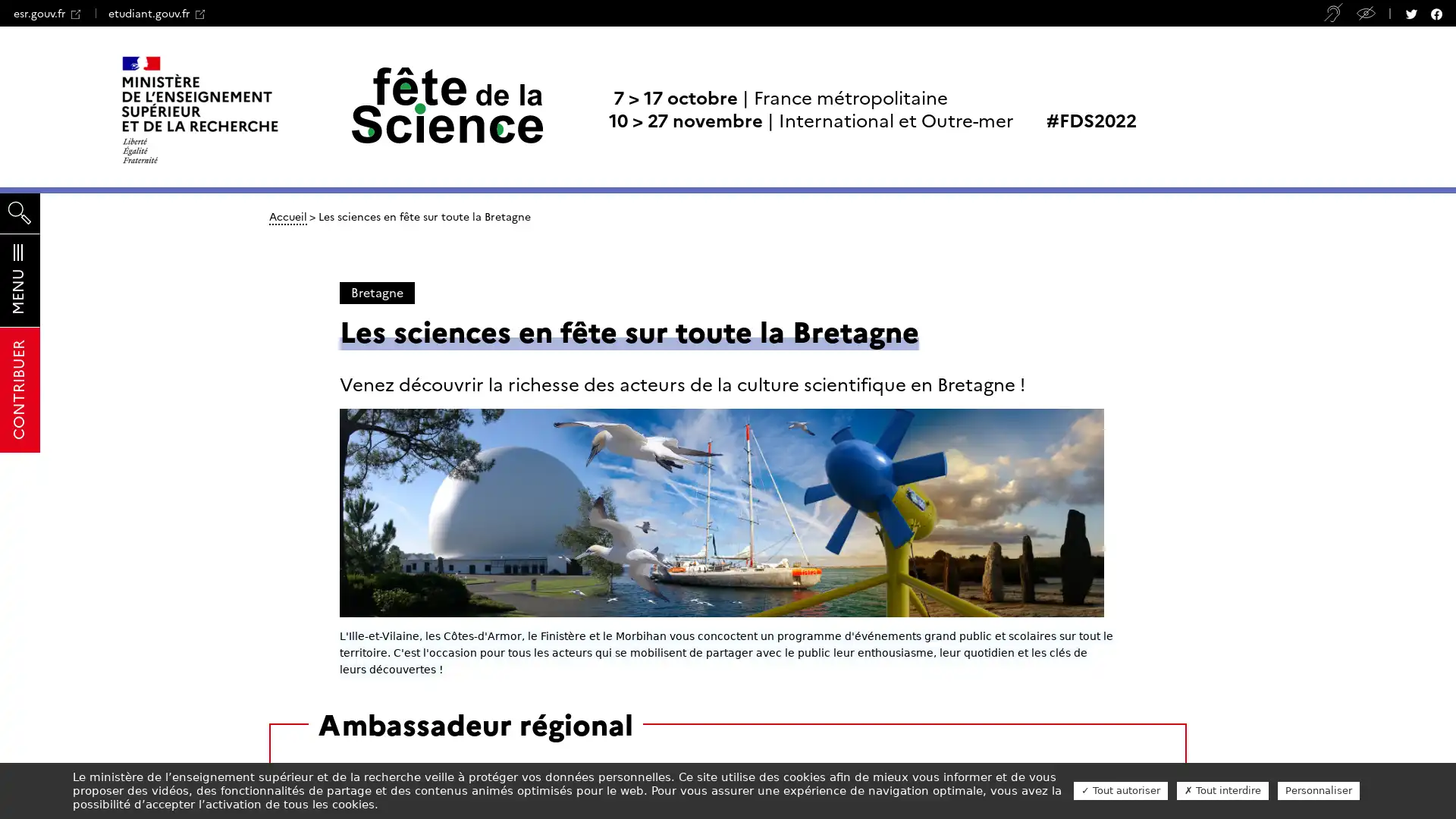  Describe the element at coordinates (1222, 789) in the screenshot. I see `Tout interdire` at that location.